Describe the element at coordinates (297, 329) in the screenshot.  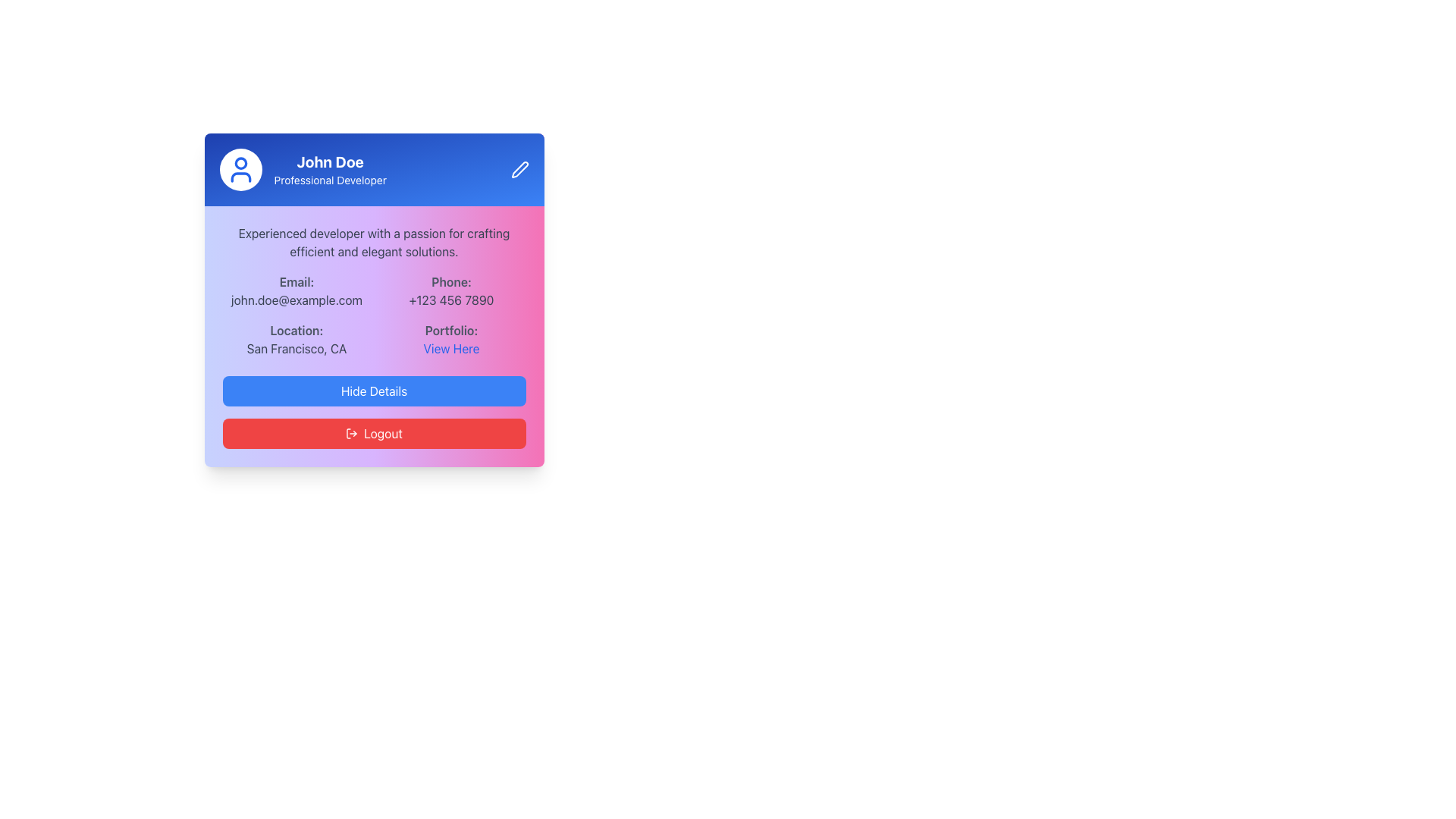
I see `the bolded text label displaying 'Location:' in gray color, located in the main information card UI above the text 'San Francisco, CA.'` at that location.